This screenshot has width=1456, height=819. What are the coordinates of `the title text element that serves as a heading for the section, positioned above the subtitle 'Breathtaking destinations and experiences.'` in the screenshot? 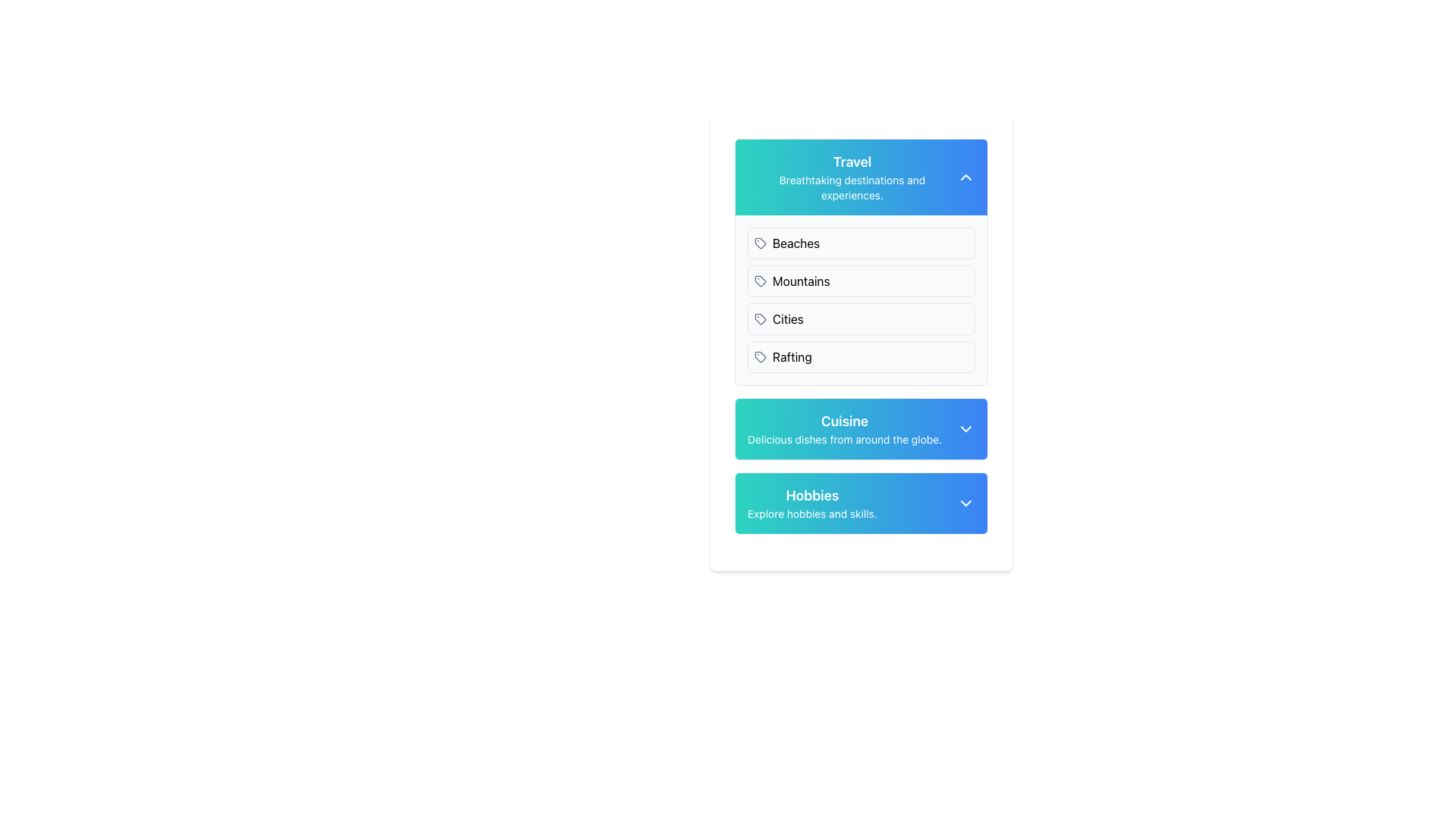 It's located at (852, 162).